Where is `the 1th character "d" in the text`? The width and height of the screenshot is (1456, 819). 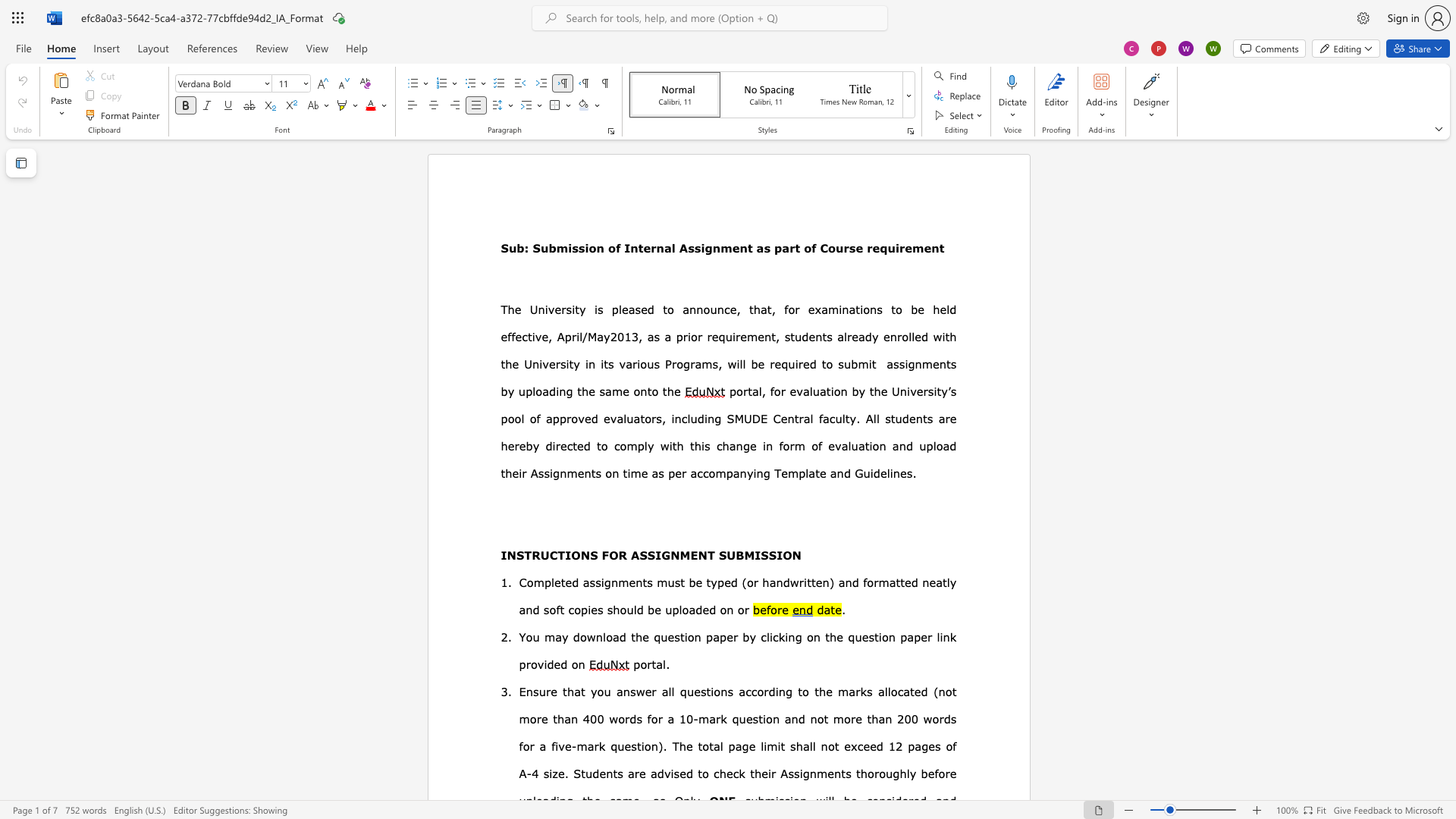 the 1th character "d" in the text is located at coordinates (651, 309).